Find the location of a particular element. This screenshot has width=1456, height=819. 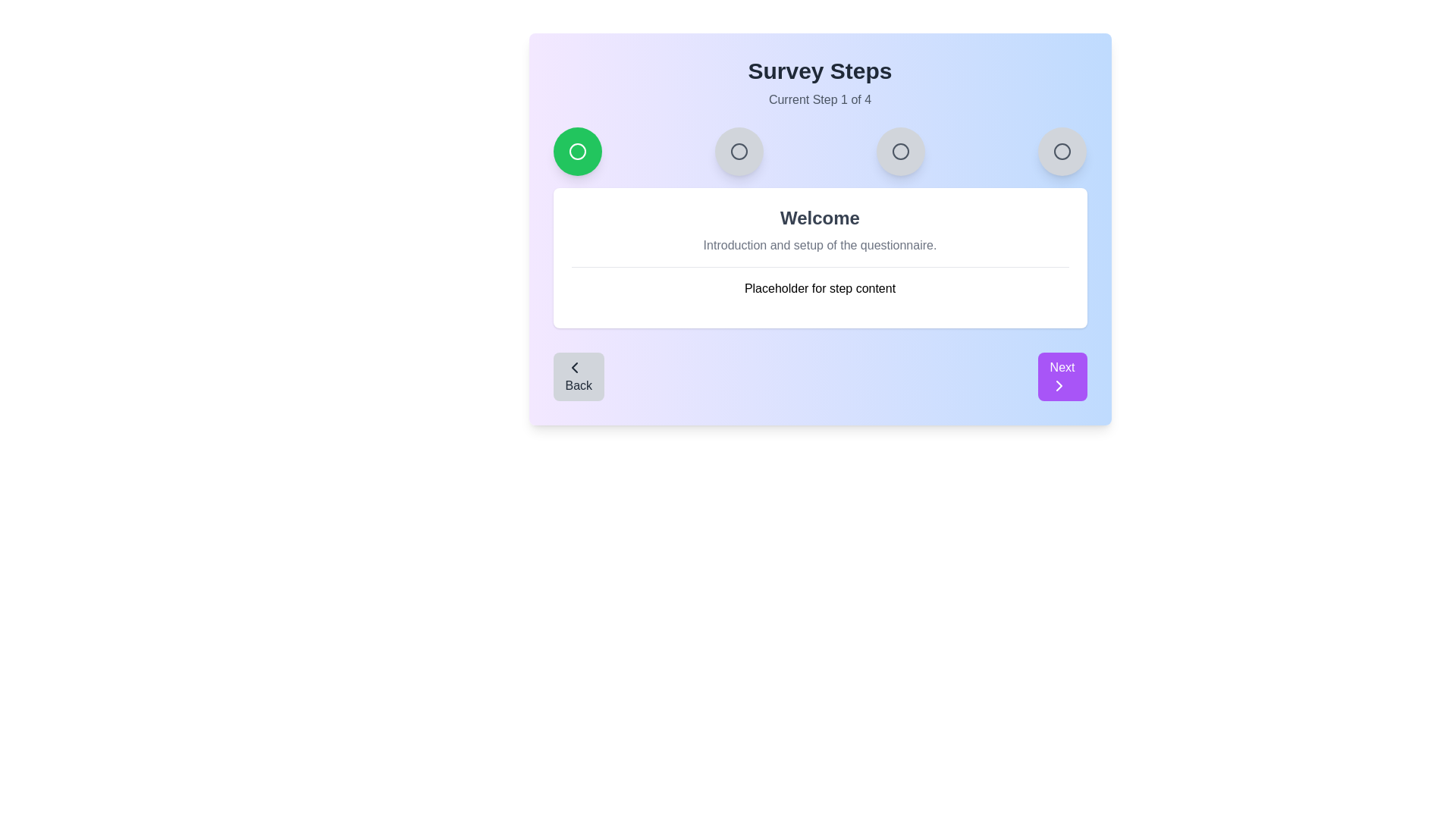

the SVG Circle Element that serves as the central part of the circular icon for the fourth step indicator located at the far right within the row of circular step indicators is located at coordinates (1062, 152).